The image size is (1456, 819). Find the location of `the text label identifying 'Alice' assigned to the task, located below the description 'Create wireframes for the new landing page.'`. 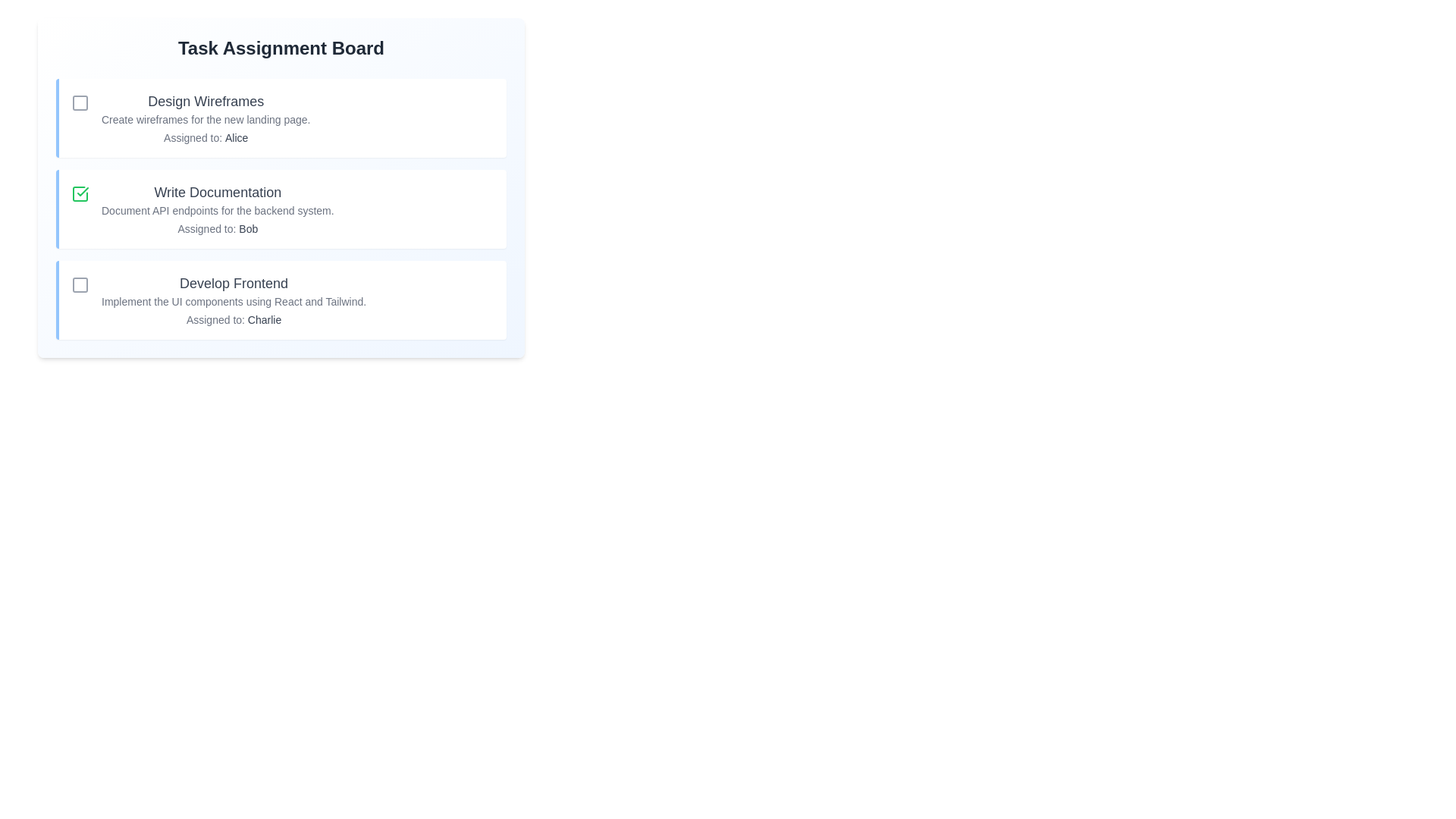

the text label identifying 'Alice' assigned to the task, located below the description 'Create wireframes for the new landing page.' is located at coordinates (205, 137).